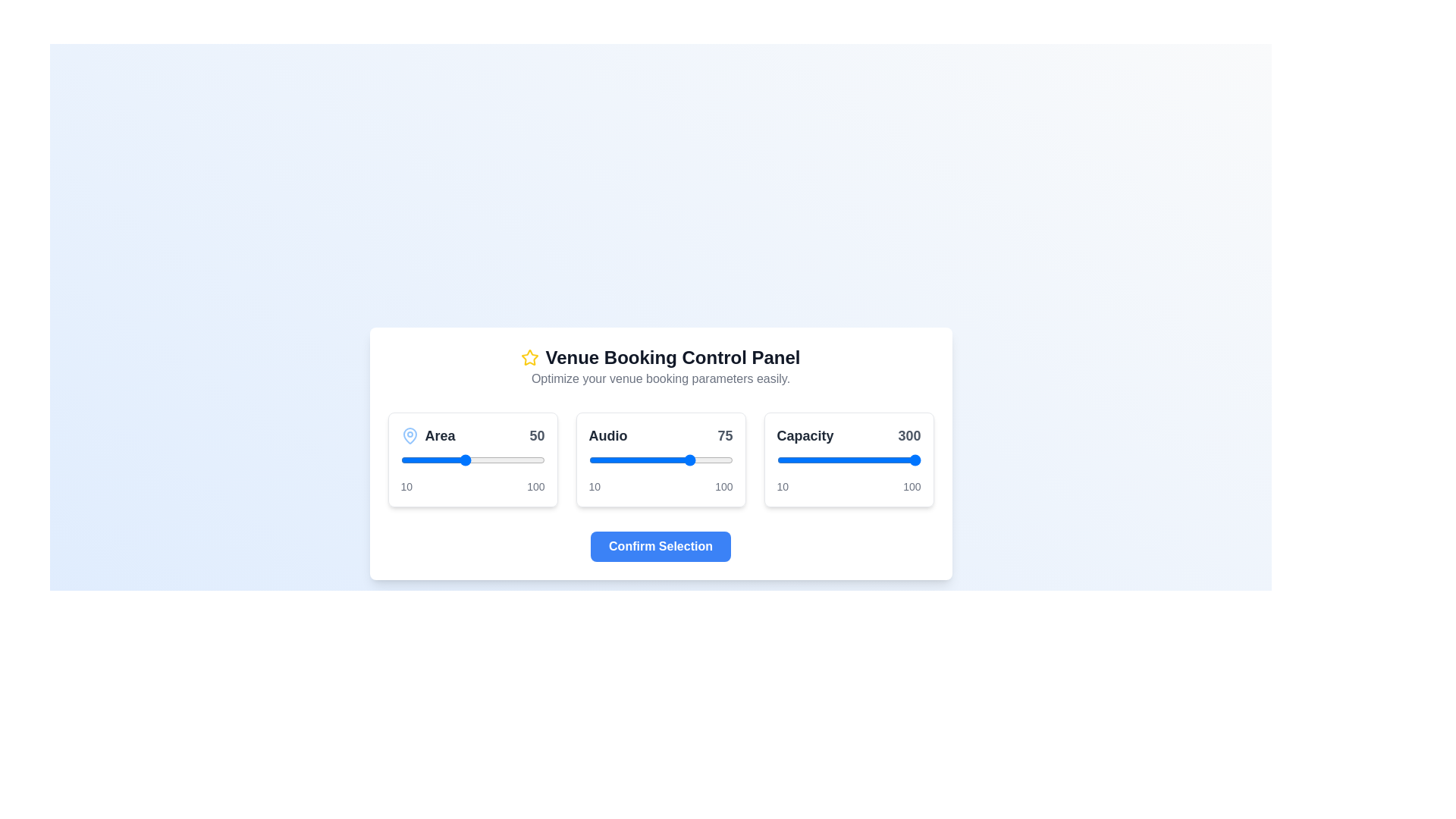  What do you see at coordinates (848, 458) in the screenshot?
I see `displayed capacity value of '300' and the range labels '10' and '100' from the interactive slider component titled 'Capacity', located on the rightmost side of the three similar elements` at bounding box center [848, 458].